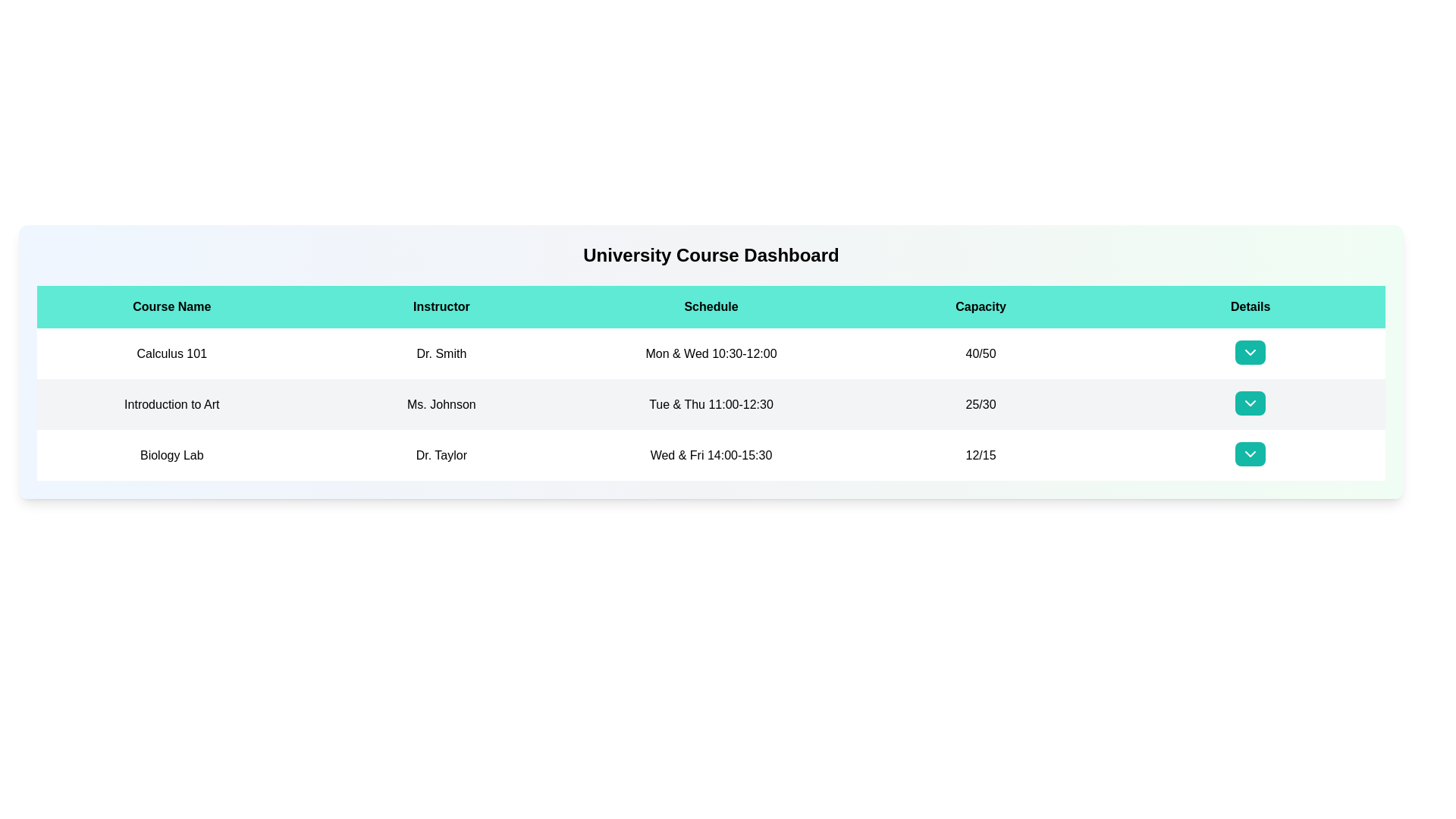  What do you see at coordinates (710, 353) in the screenshot?
I see `the static text label displaying the schedule for the 'Calculus 101' course, located in the third column under the 'Schedule' heading` at bounding box center [710, 353].